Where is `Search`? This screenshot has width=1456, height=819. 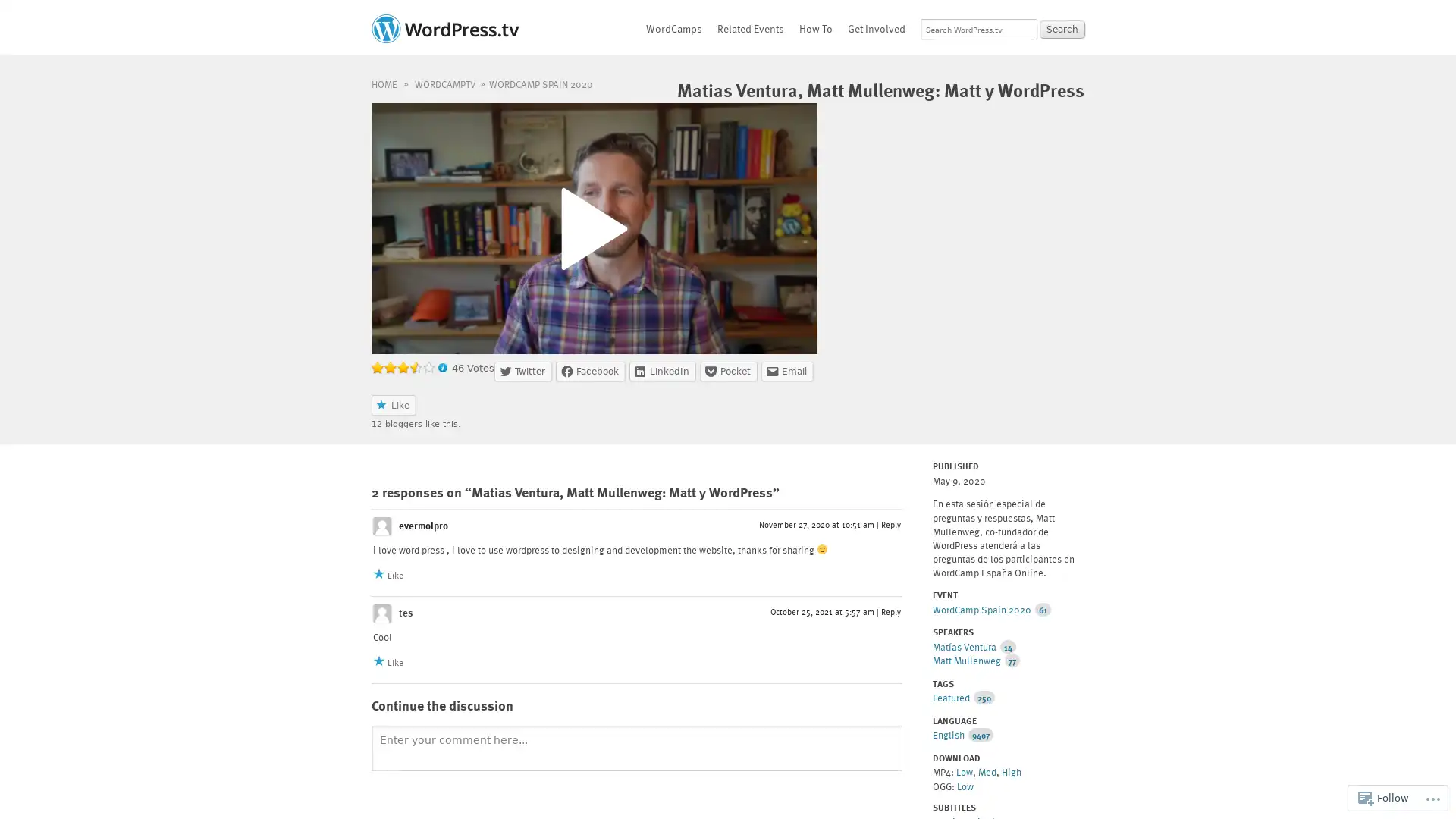
Search is located at coordinates (1062, 29).